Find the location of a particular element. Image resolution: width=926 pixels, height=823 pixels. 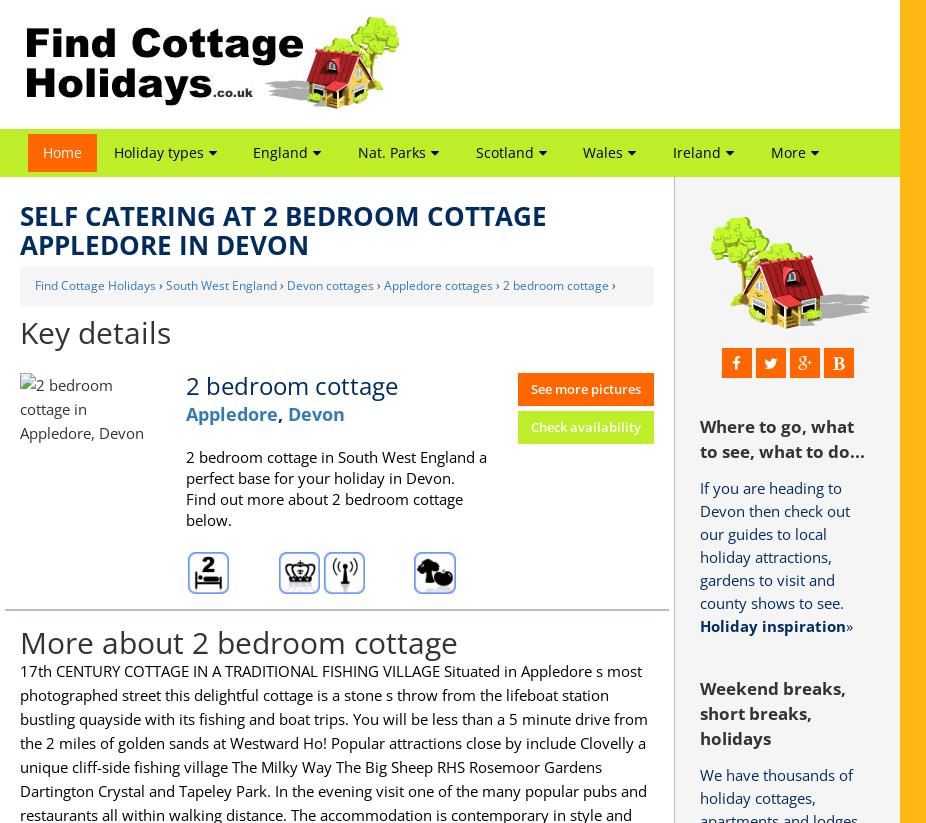

'Wales' is located at coordinates (602, 151).